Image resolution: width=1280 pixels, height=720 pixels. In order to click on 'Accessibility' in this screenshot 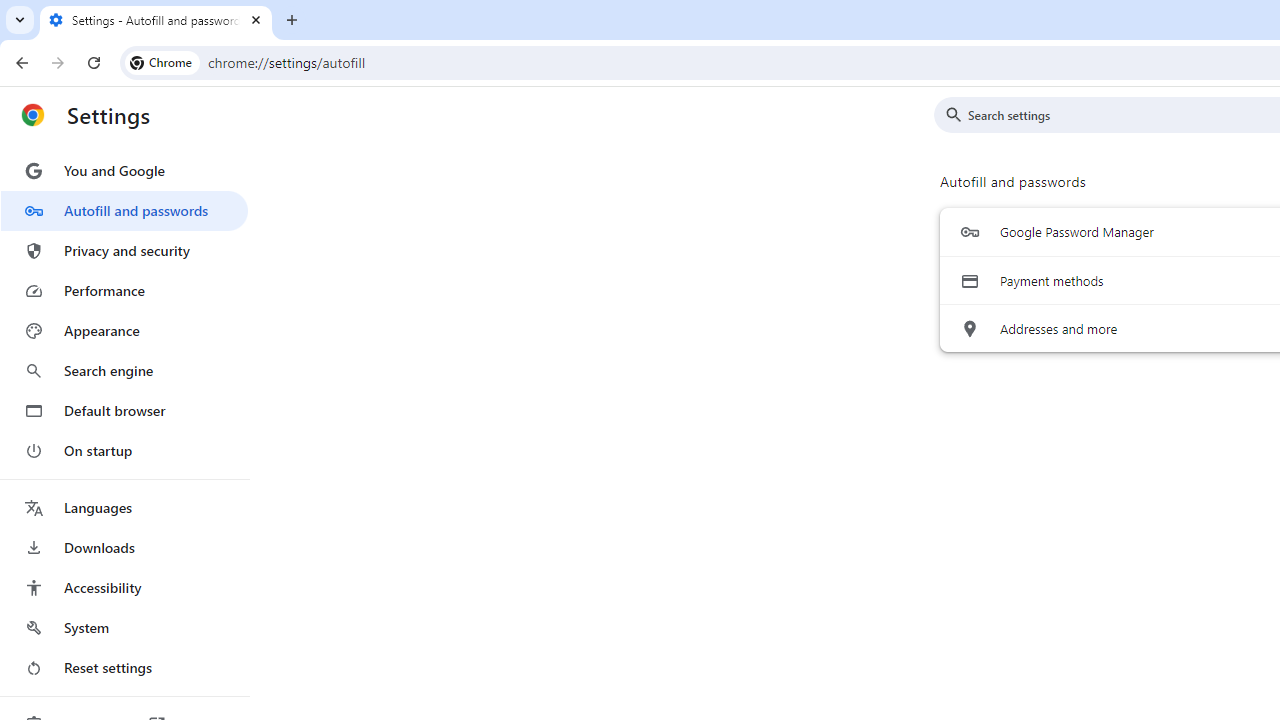, I will do `click(123, 586)`.